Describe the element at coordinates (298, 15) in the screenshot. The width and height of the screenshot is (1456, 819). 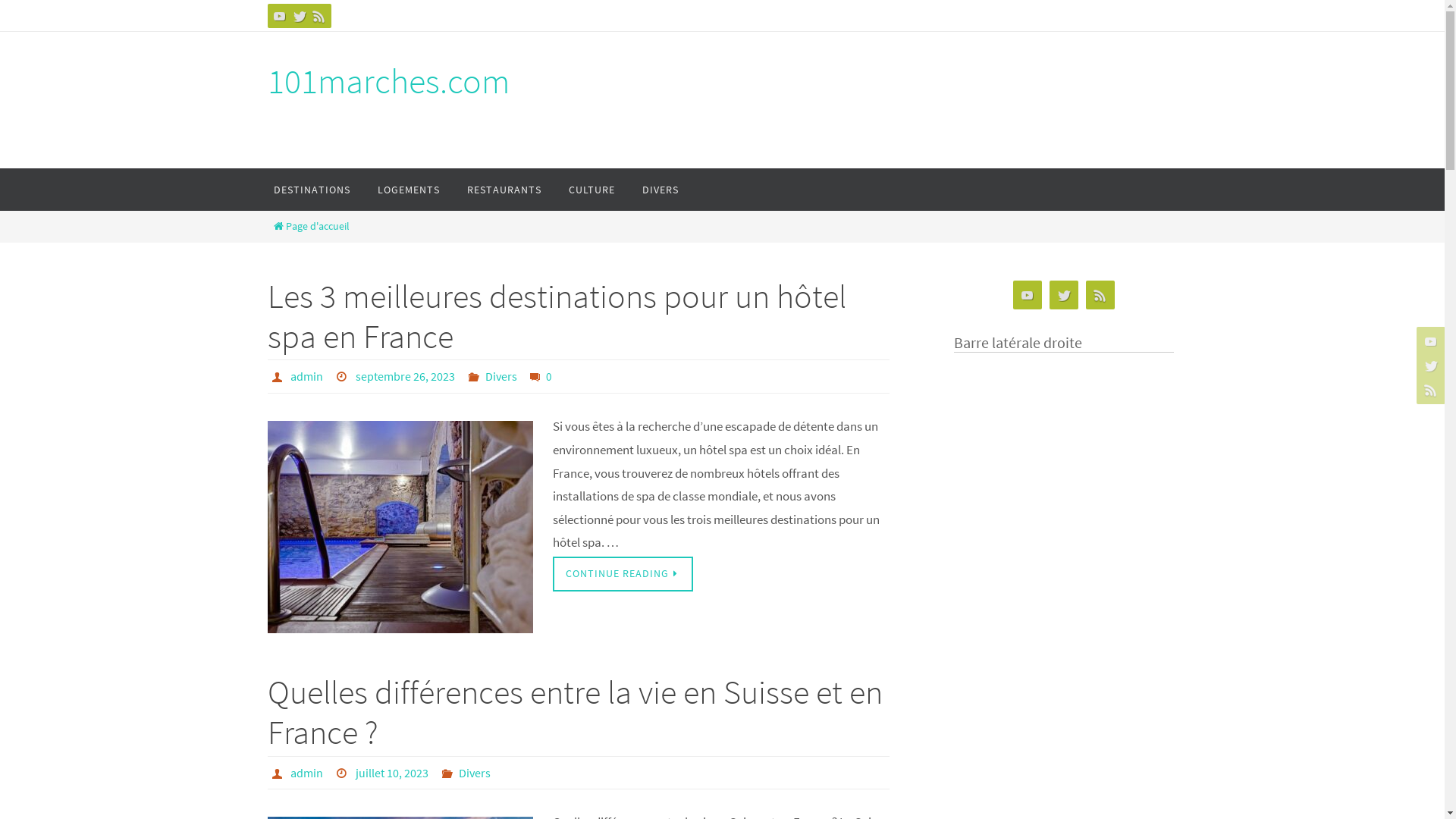
I see `'Twitter'` at that location.